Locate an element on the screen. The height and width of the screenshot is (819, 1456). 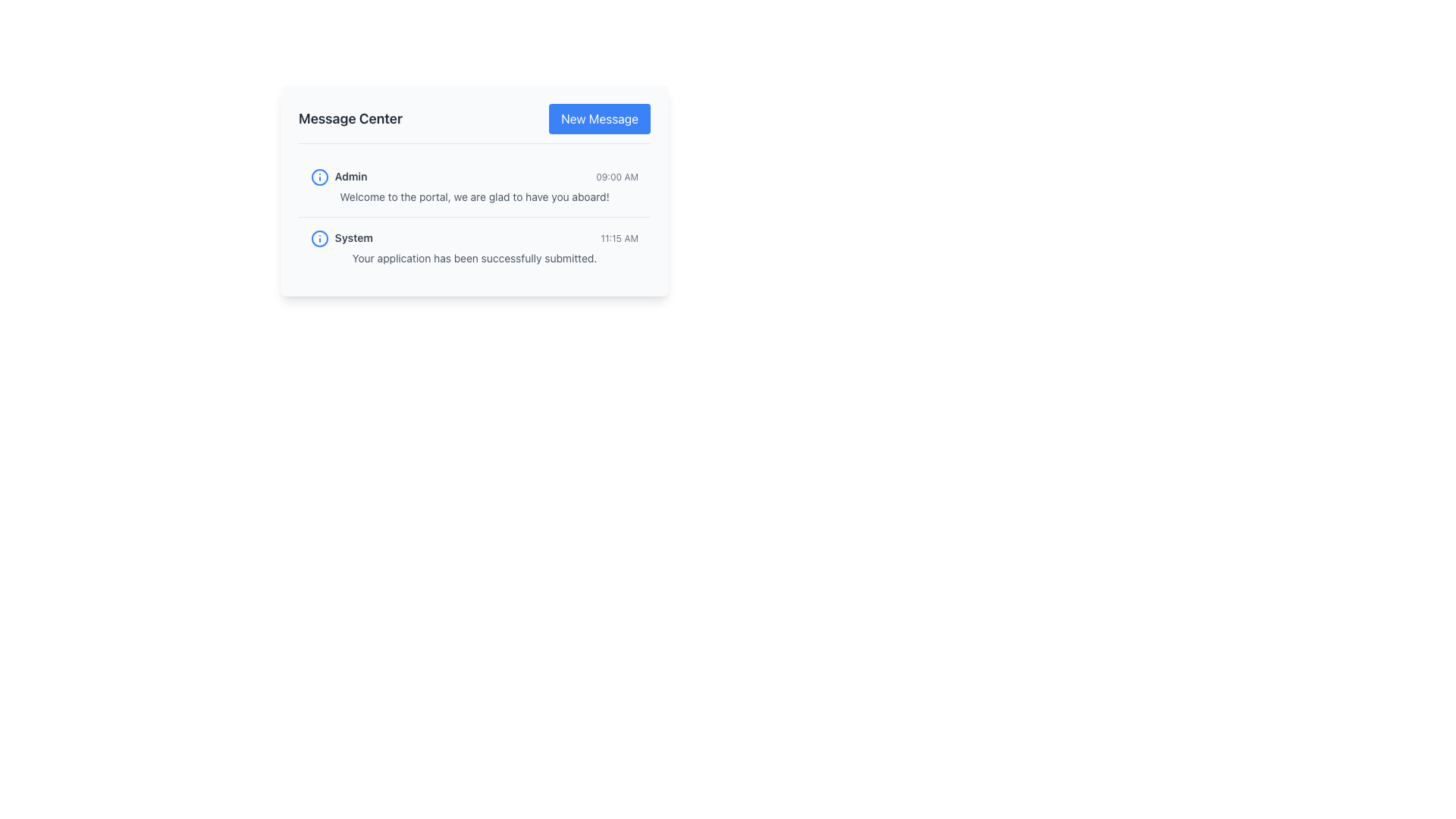
the Message Box displaying 'System' with the timestamp '11:15 AM' and the message 'Your application has been successfully submitted.' is located at coordinates (473, 246).